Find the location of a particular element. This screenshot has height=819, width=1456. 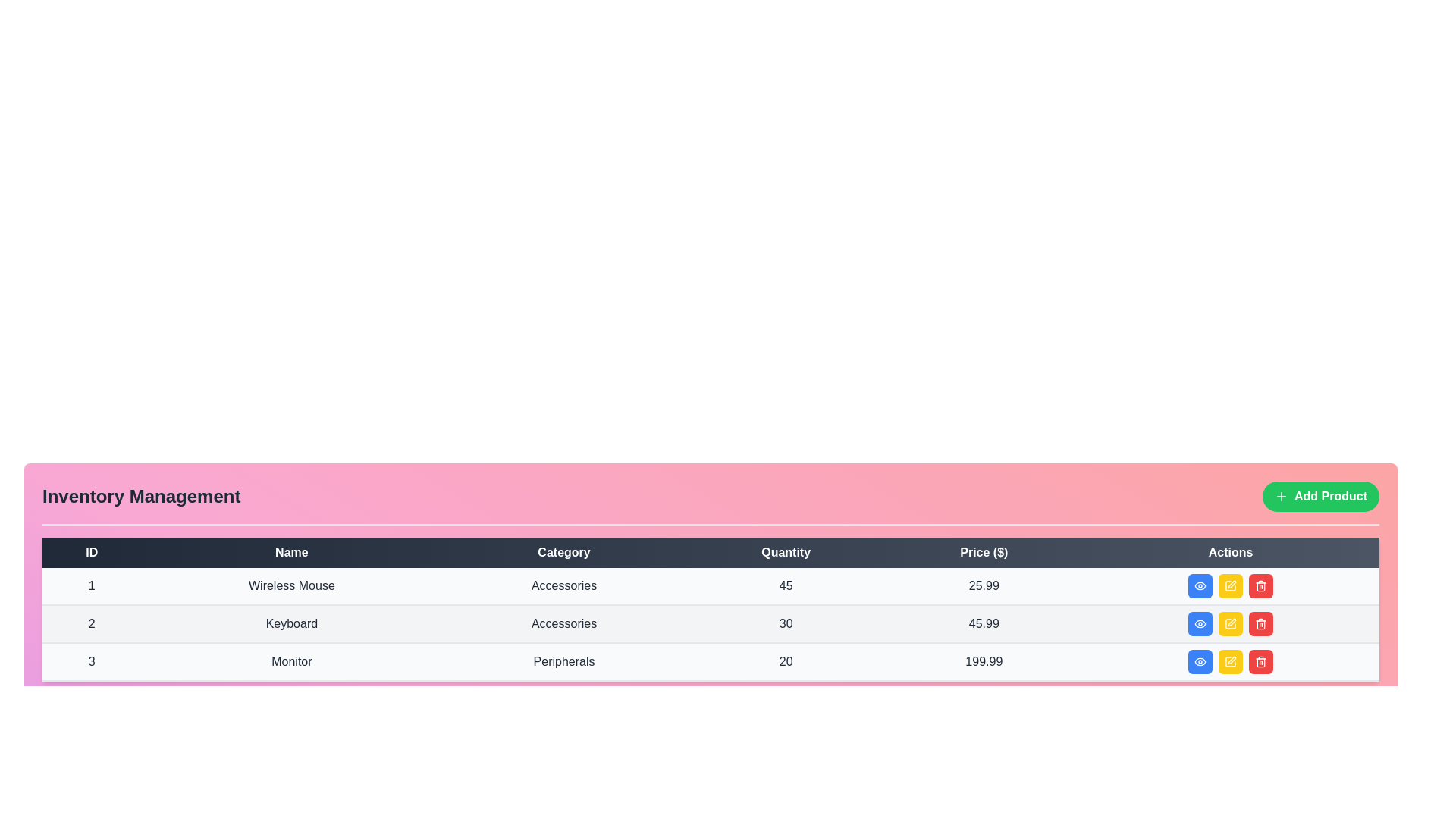

the eye icon associated with the view or preview action in the 'Actions' column of the table, specifically in the second row corresponding to the 'Keyboard' item is located at coordinates (1200, 623).